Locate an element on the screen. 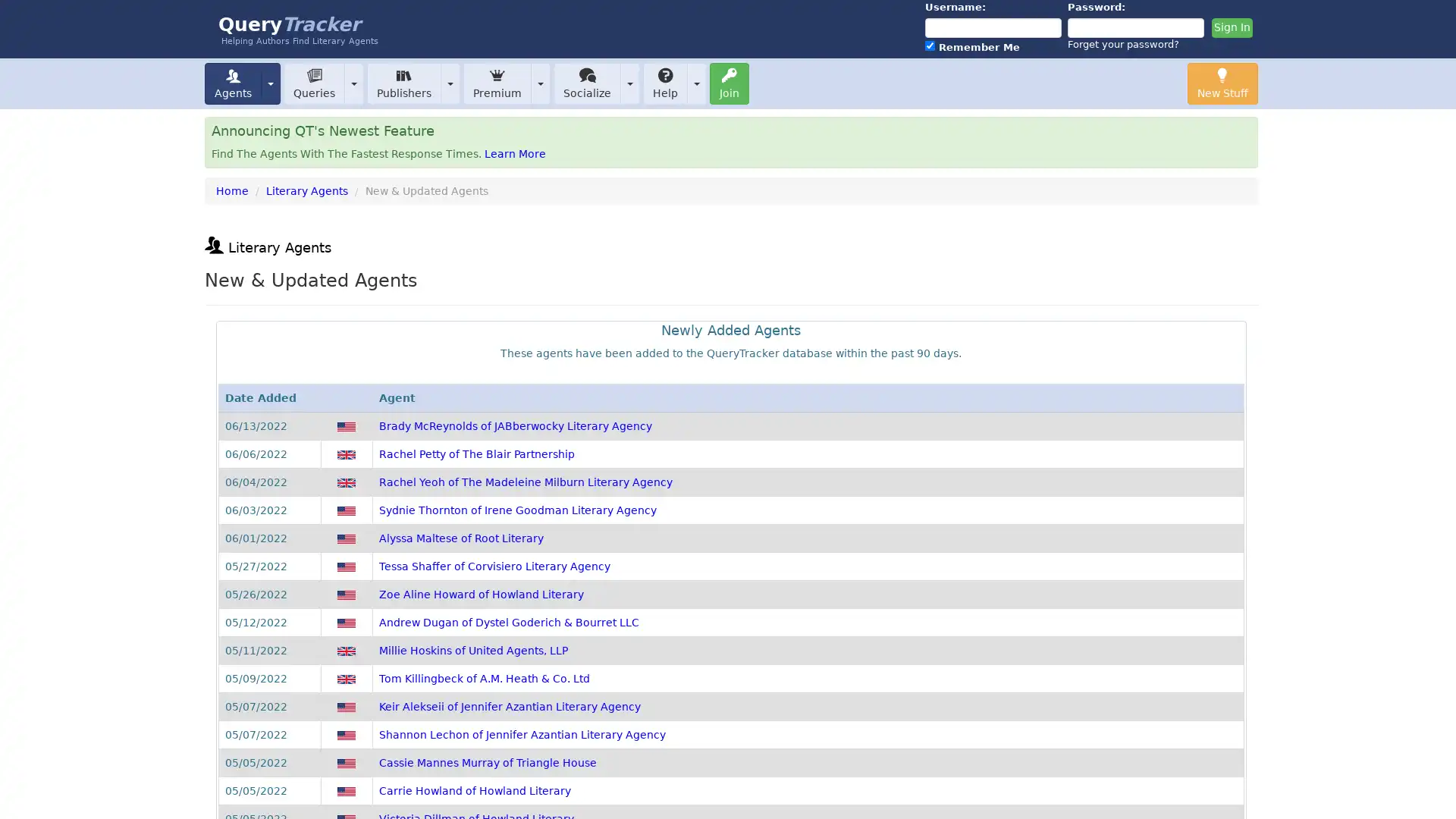 The height and width of the screenshot is (819, 1456). Toggle Dropdown is located at coordinates (695, 83).